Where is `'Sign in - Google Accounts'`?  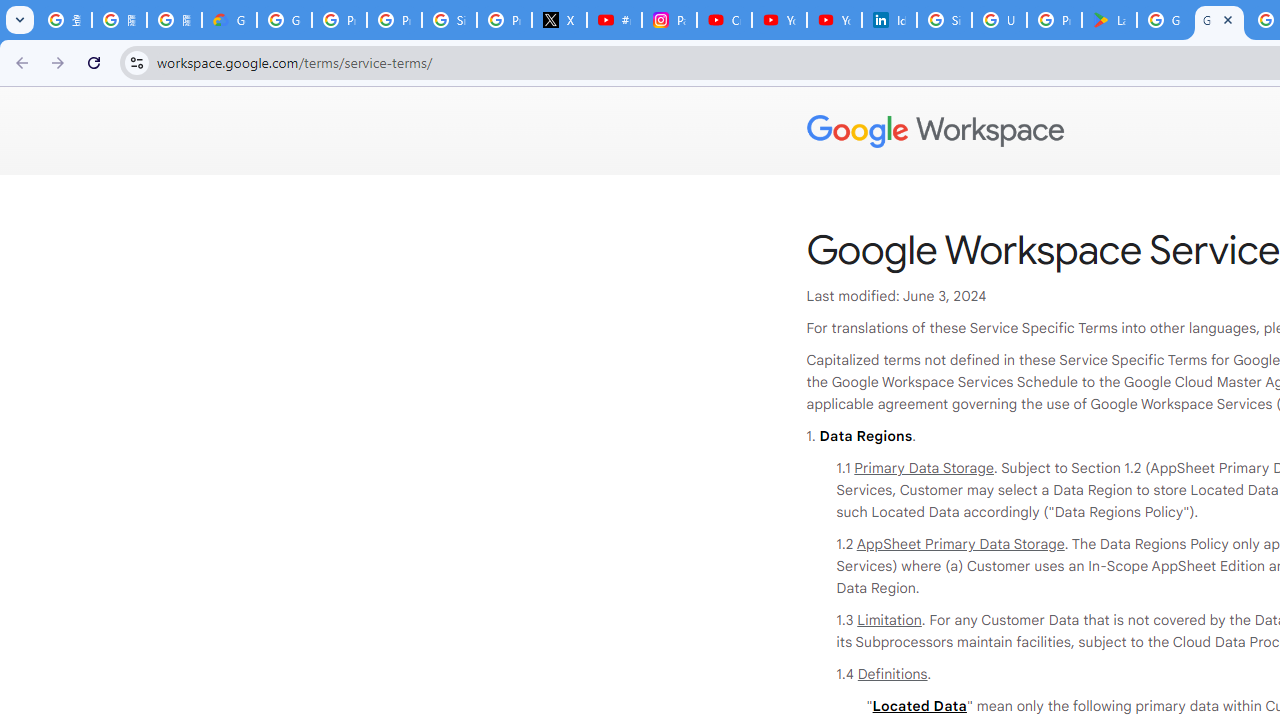 'Sign in - Google Accounts' is located at coordinates (943, 20).